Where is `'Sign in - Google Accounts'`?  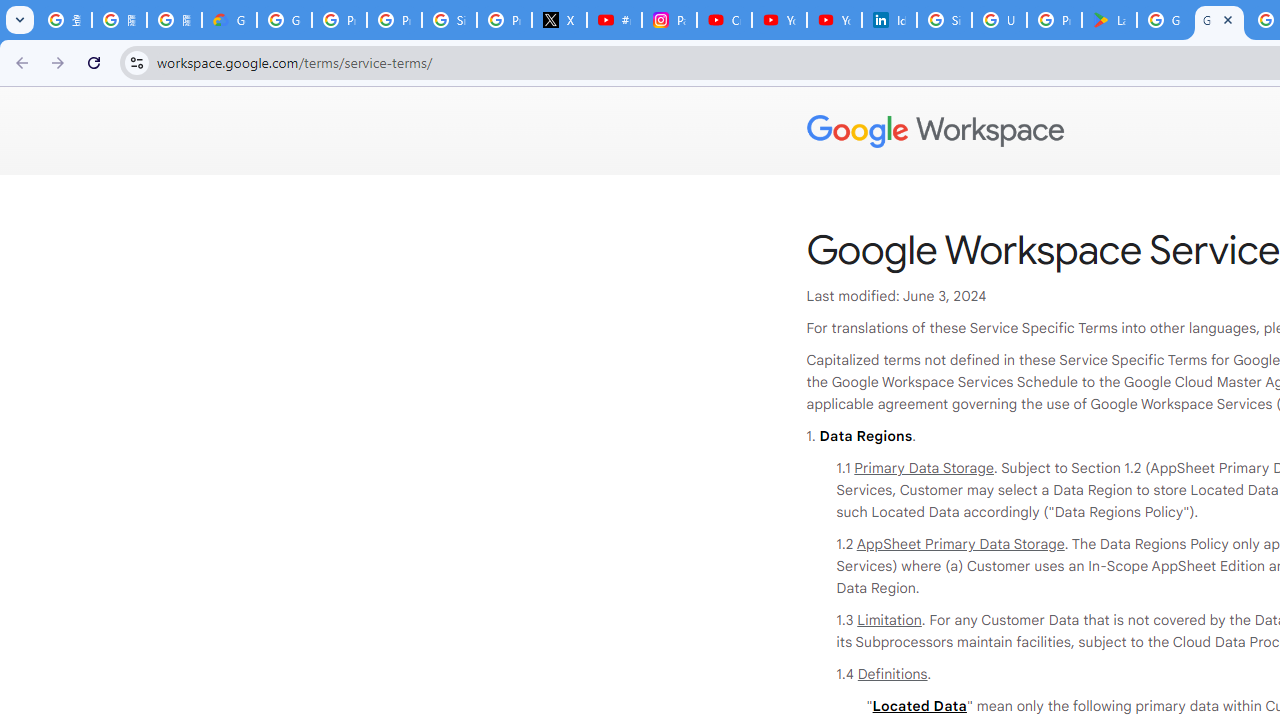 'Sign in - Google Accounts' is located at coordinates (943, 20).